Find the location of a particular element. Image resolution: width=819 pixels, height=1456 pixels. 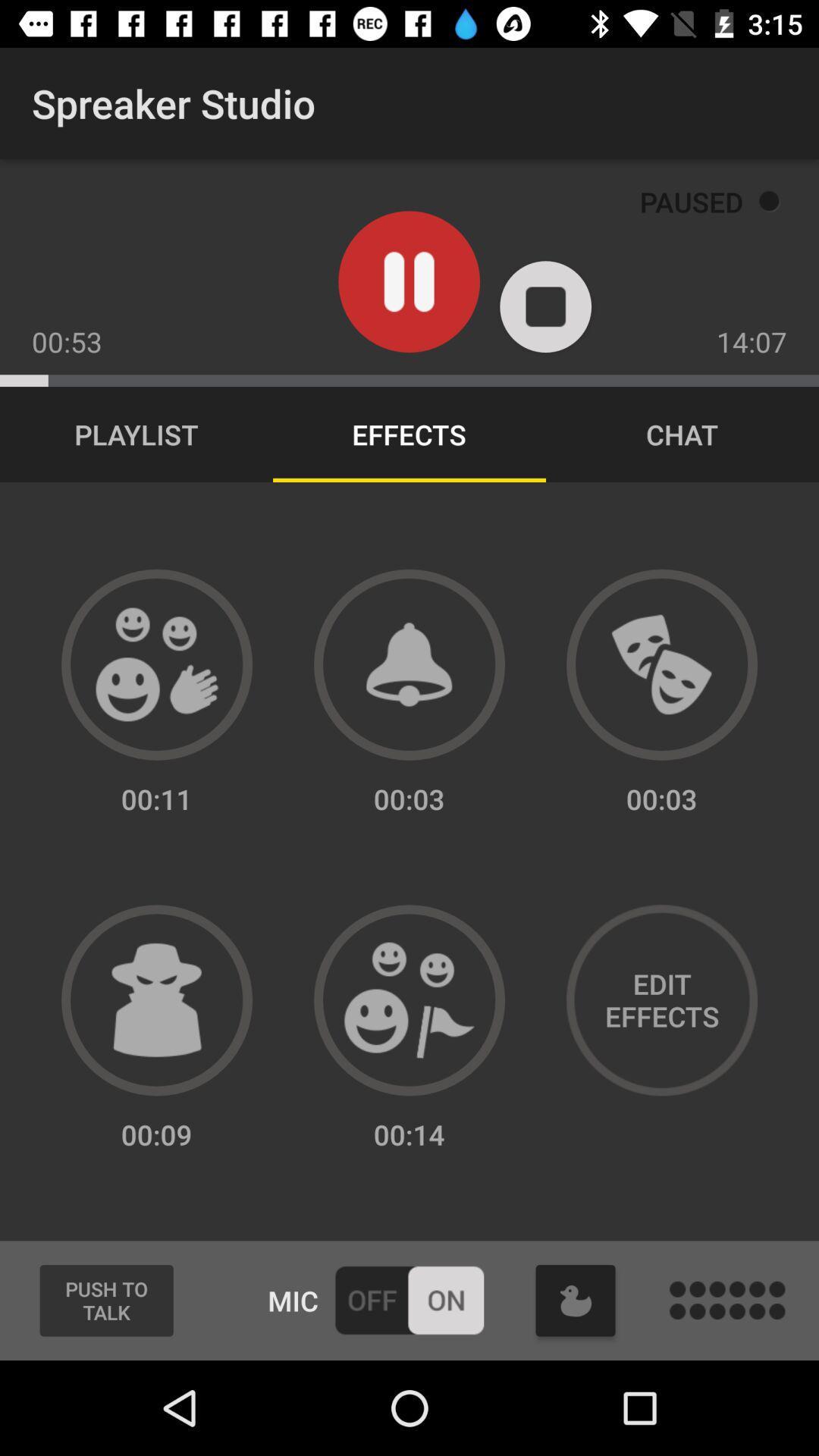

the pause icon is located at coordinates (408, 281).